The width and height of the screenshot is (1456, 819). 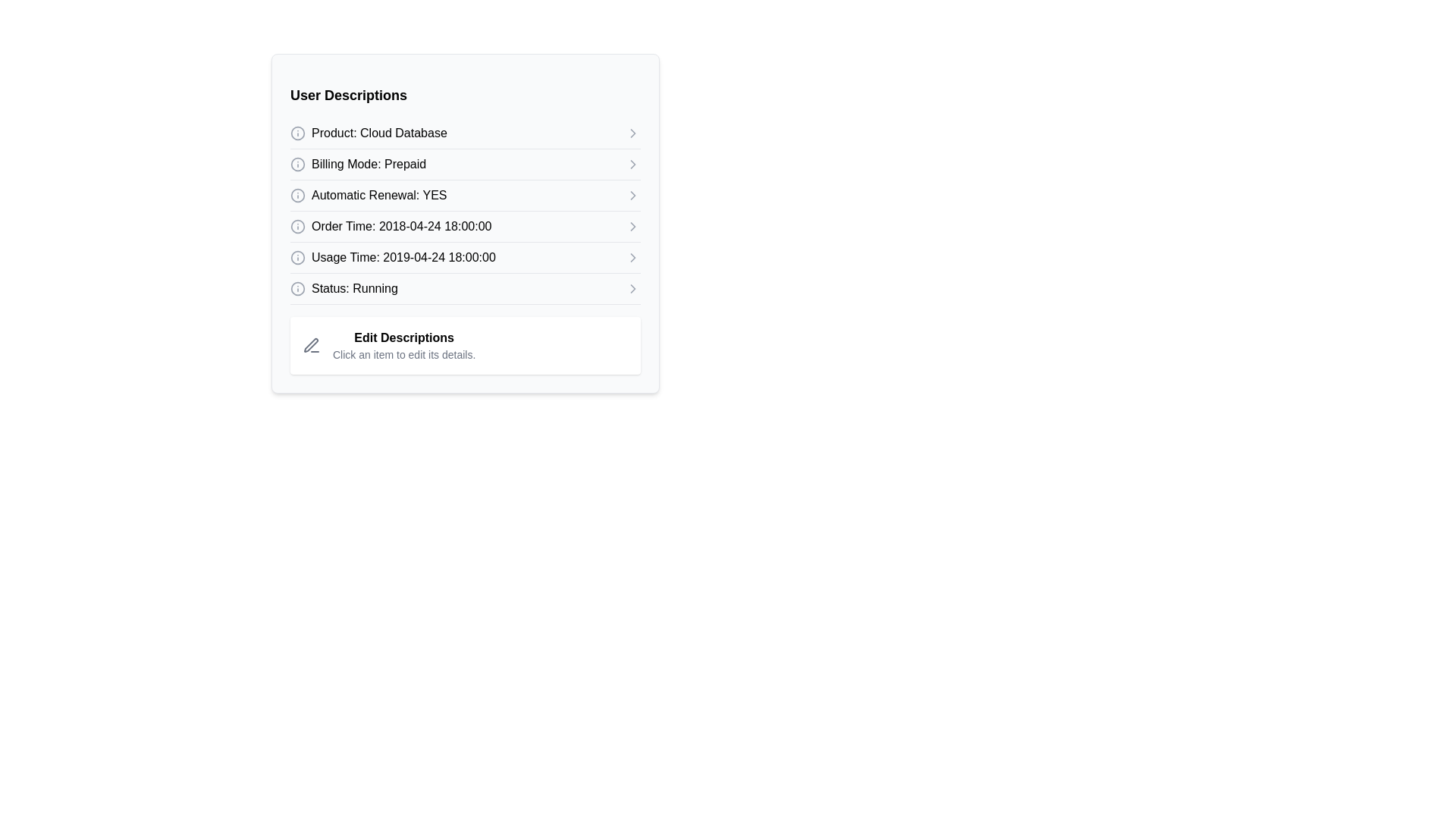 What do you see at coordinates (633, 164) in the screenshot?
I see `the right-pointing chevron arrow icon next to the 'Billing Mode: Prepaid' text` at bounding box center [633, 164].